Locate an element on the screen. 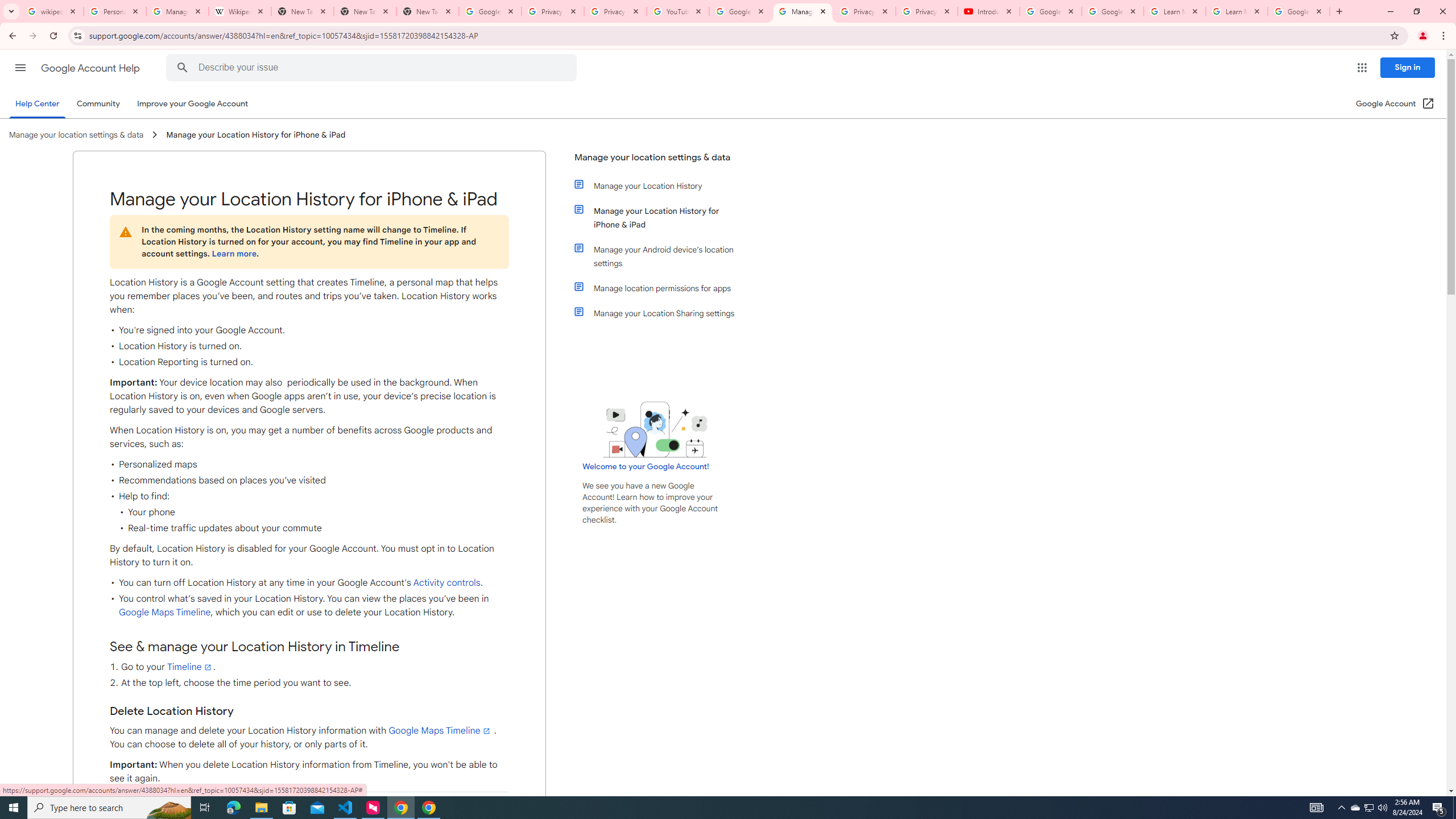 The height and width of the screenshot is (819, 1456). 'Community' is located at coordinates (97, 103).